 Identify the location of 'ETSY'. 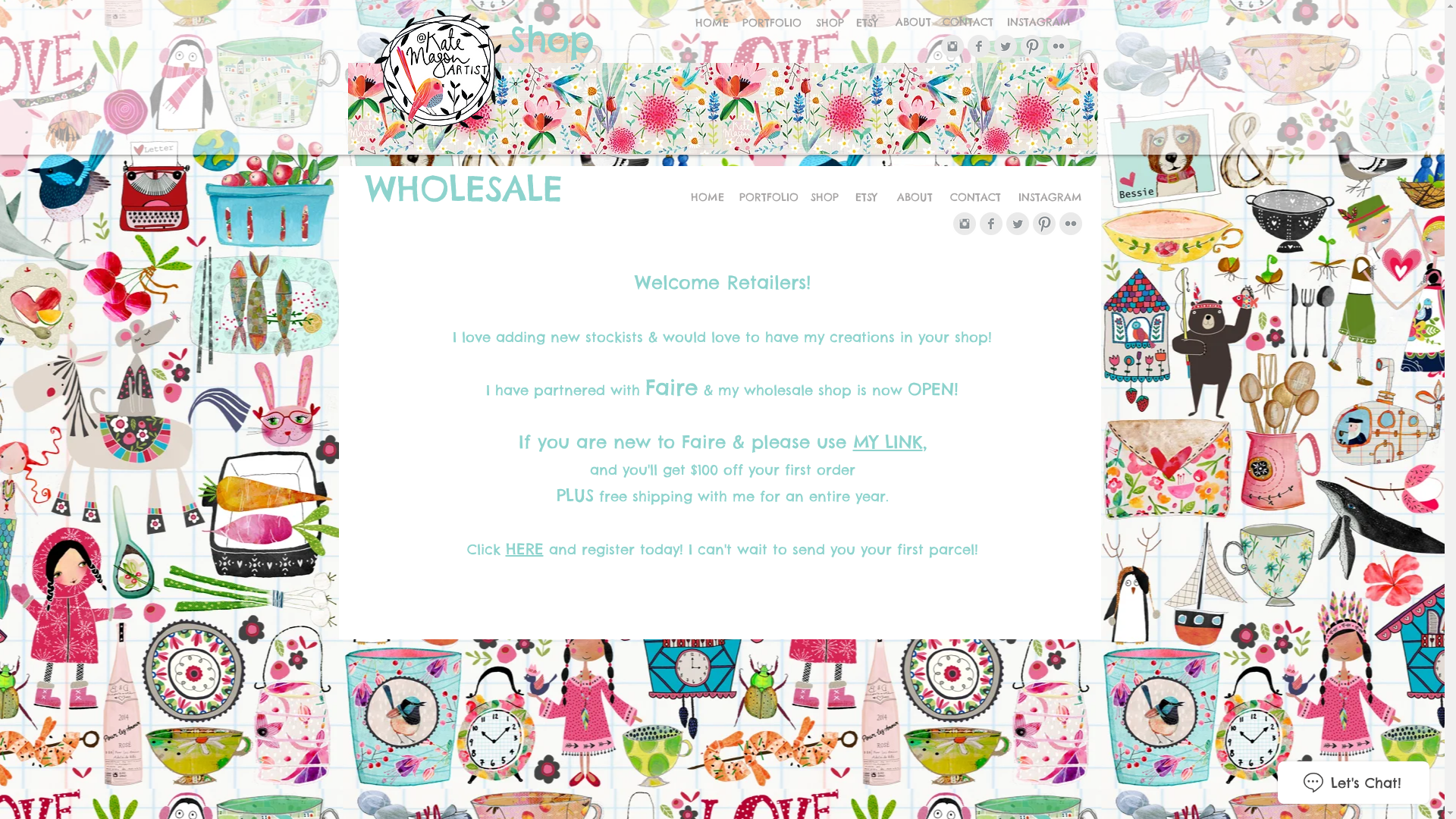
(867, 23).